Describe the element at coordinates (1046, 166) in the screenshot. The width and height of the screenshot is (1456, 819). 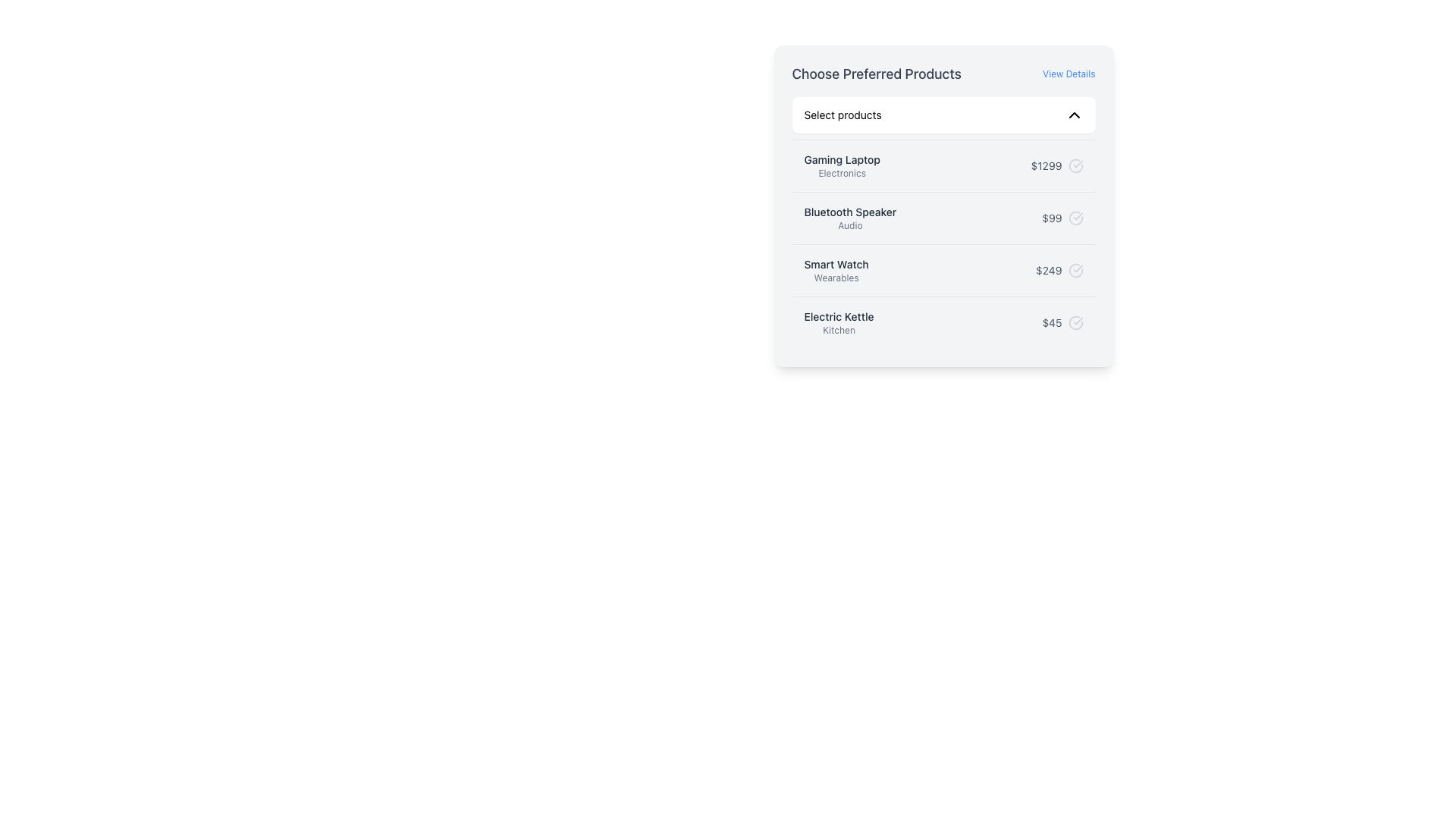
I see `price information displayed in the text label for the product 'Gaming Laptop', which is located to the right of the product name and above an icon` at that location.